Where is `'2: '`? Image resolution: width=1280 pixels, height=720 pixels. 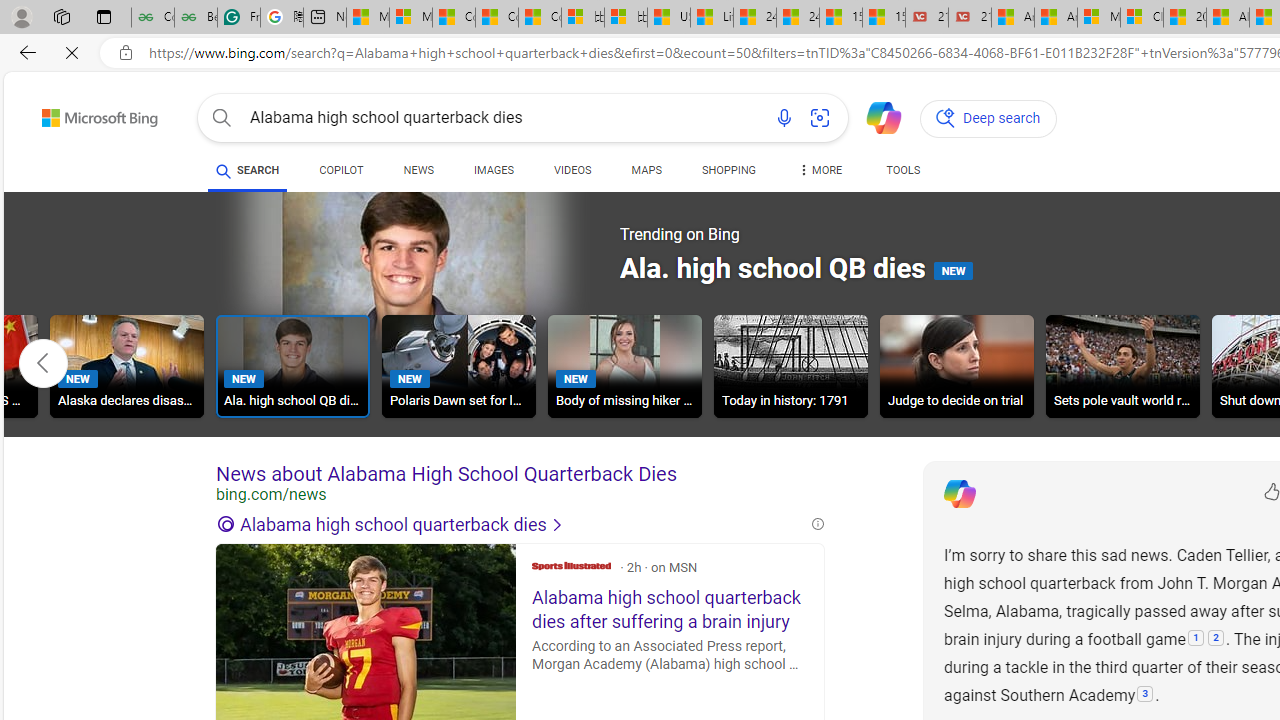 '2: ' is located at coordinates (1215, 639).